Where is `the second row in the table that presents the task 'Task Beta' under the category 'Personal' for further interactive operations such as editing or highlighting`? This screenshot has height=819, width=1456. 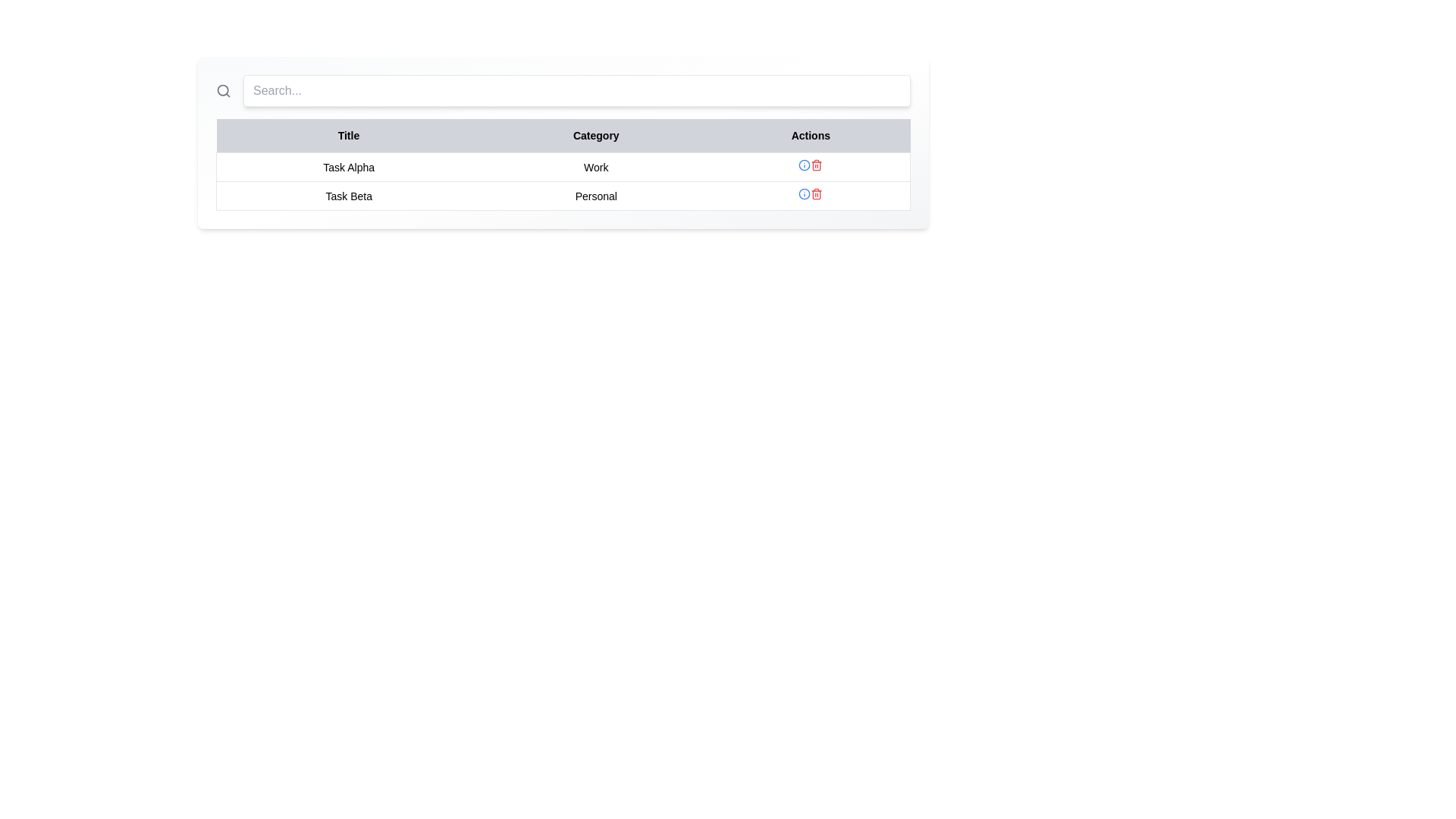
the second row in the table that presents the task 'Task Beta' under the category 'Personal' for further interactive operations such as editing or highlighting is located at coordinates (563, 195).